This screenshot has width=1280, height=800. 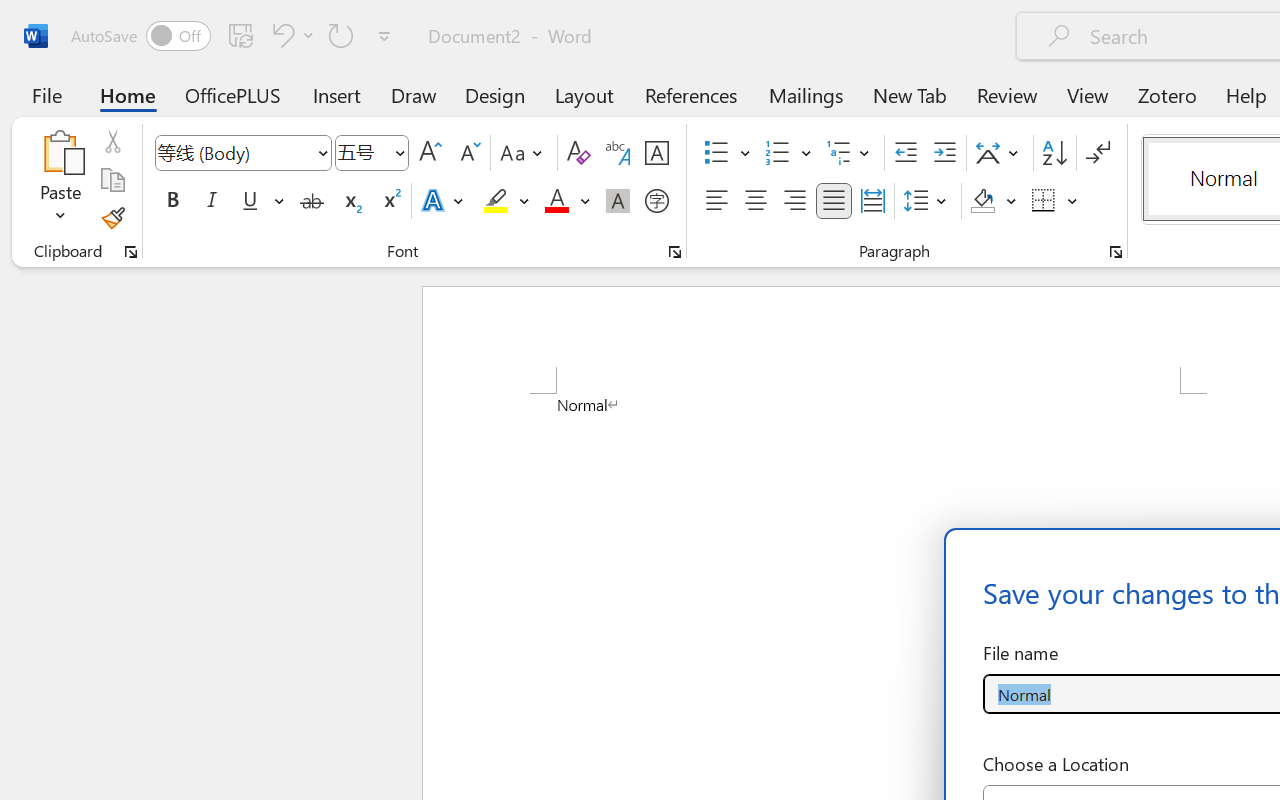 I want to click on 'Layout', so click(x=583, y=94).